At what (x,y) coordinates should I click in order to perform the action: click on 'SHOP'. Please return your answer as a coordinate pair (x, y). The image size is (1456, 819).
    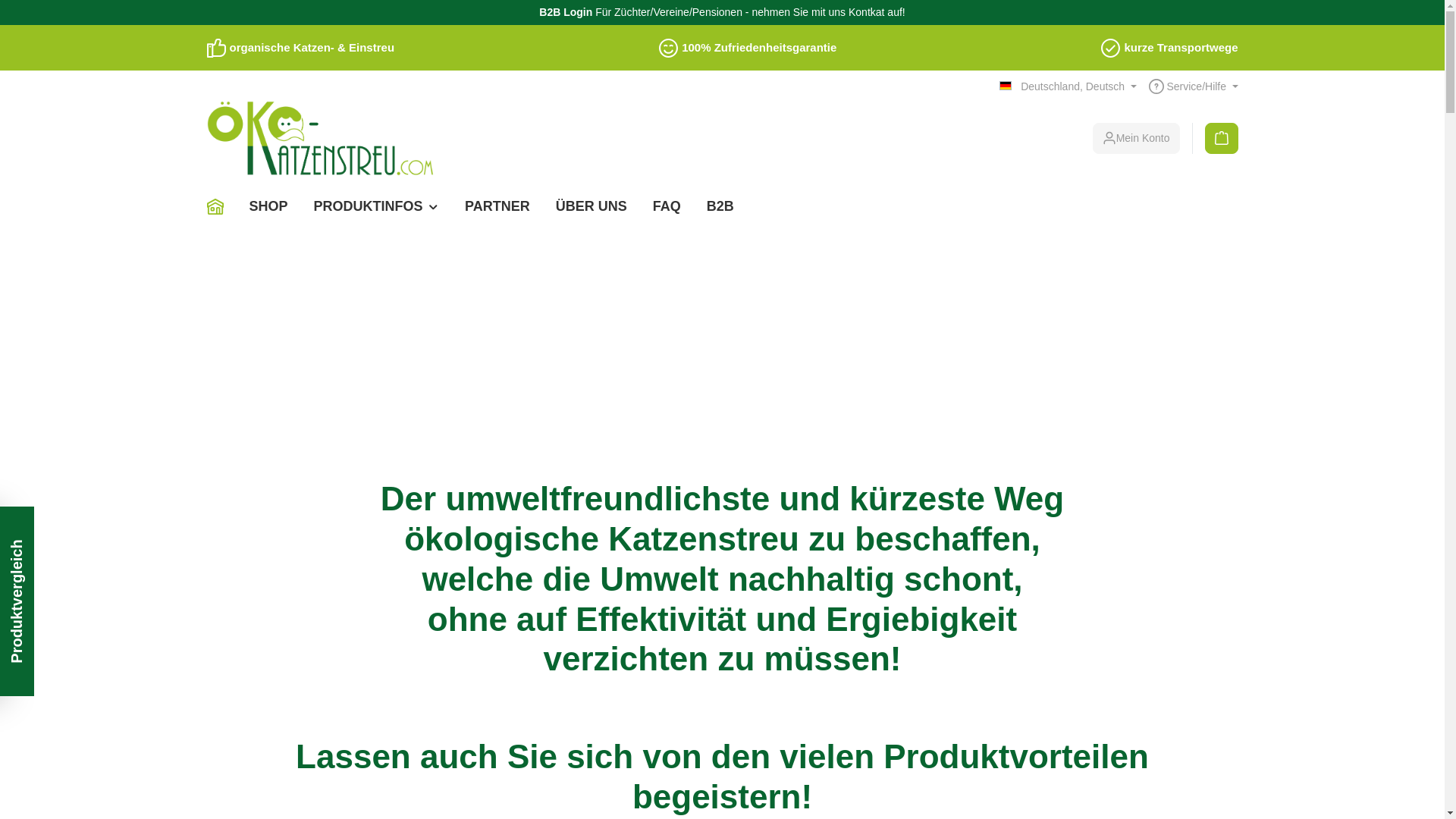
    Looking at the image, I should click on (268, 206).